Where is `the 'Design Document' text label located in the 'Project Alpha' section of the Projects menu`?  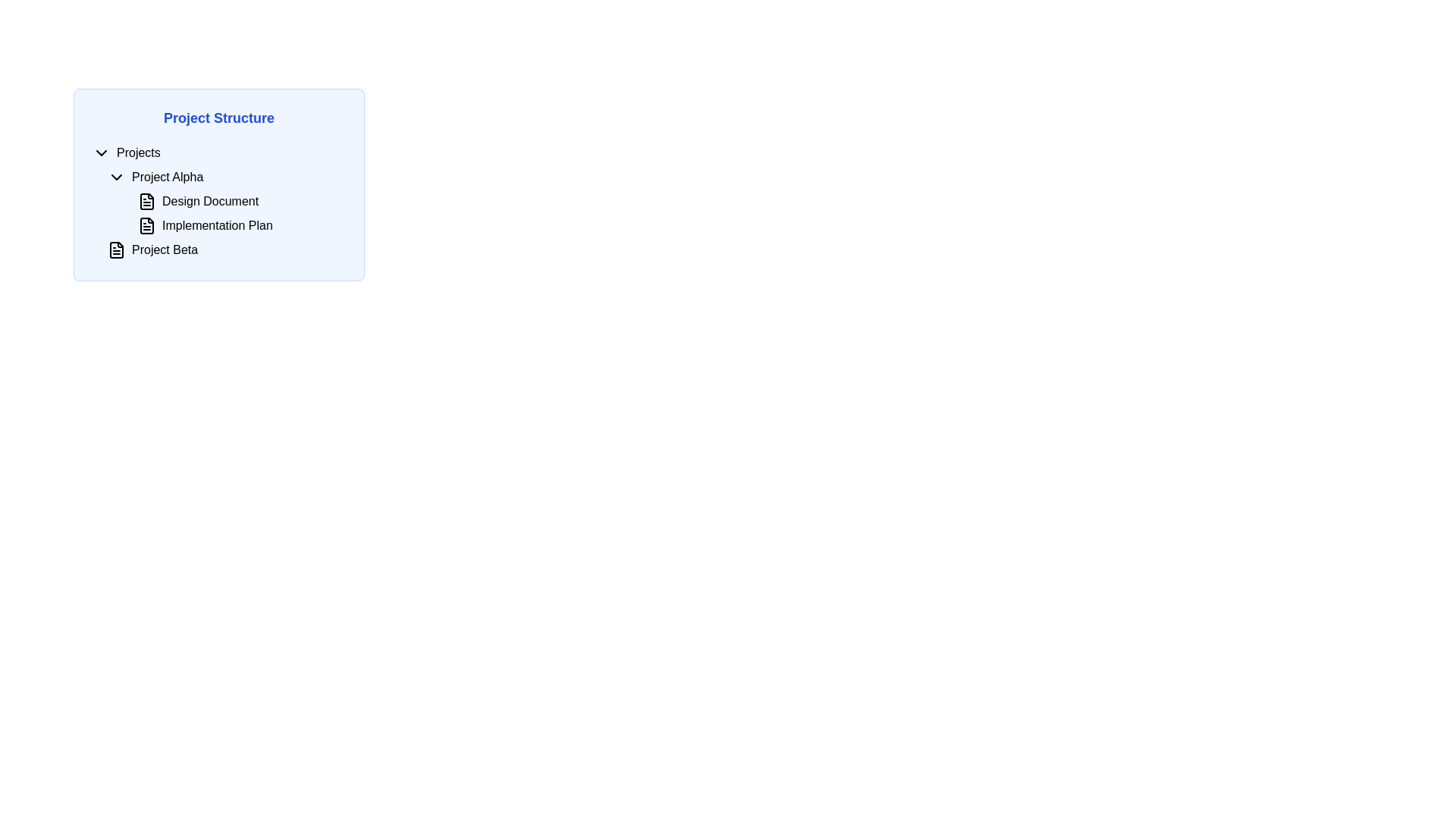 the 'Design Document' text label located in the 'Project Alpha' section of the Projects menu is located at coordinates (209, 201).